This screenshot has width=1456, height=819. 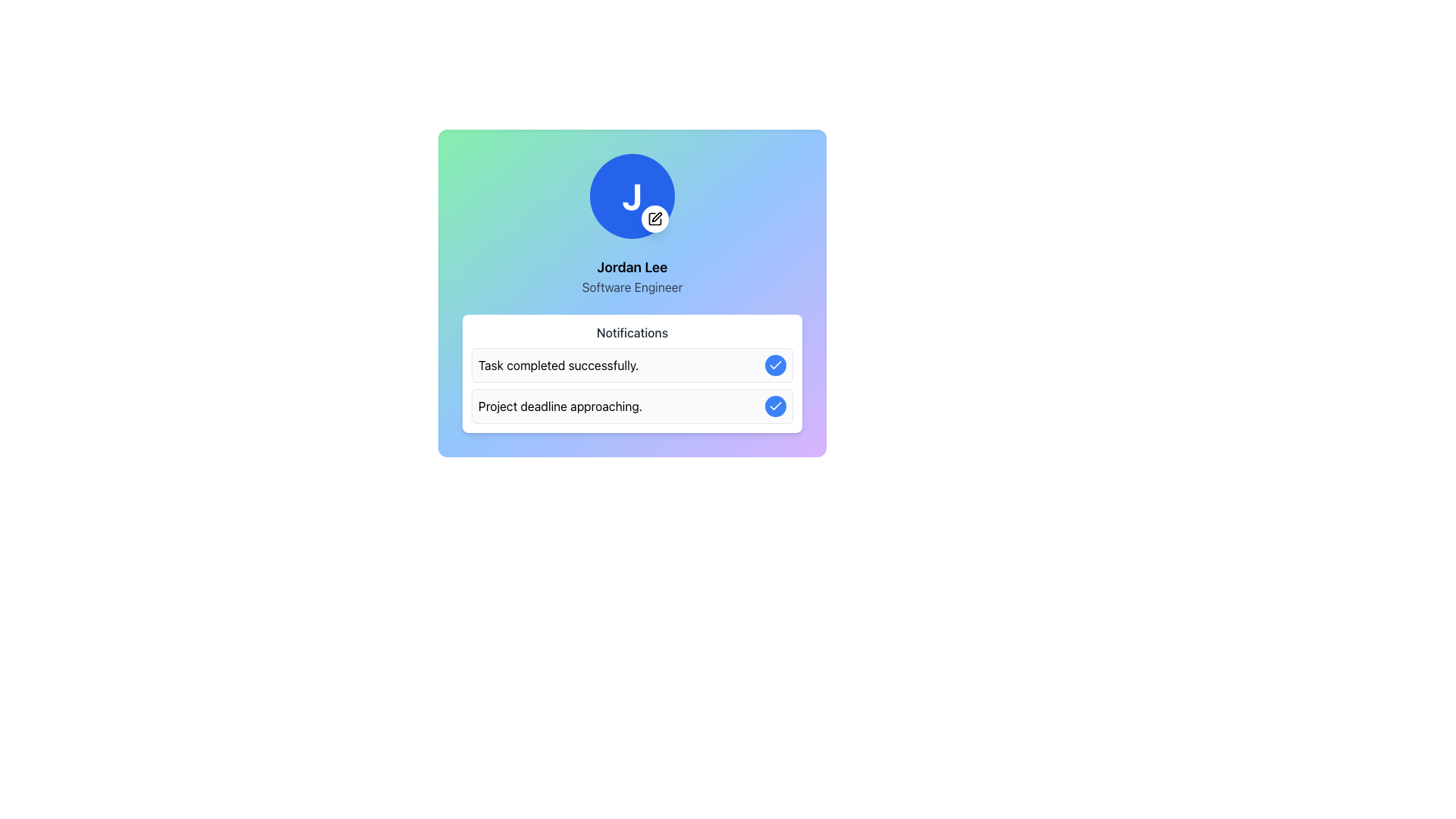 I want to click on the pen-shaped edit icon located at the bottom right of the rounded overlay on the profile picture, so click(x=657, y=217).